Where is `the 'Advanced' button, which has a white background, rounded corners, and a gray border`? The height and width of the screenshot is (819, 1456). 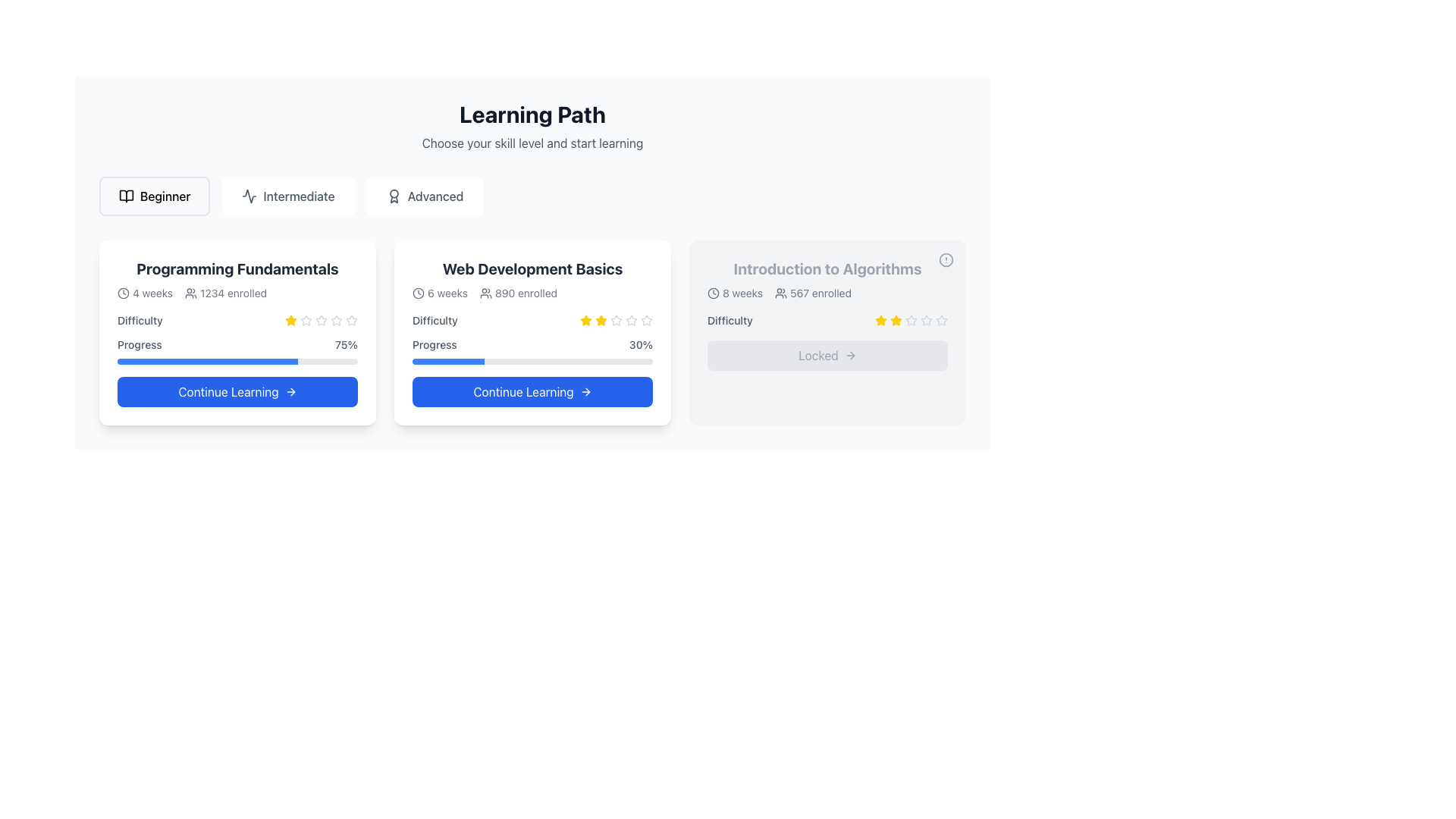
the 'Advanced' button, which has a white background, rounded corners, and a gray border is located at coordinates (425, 195).